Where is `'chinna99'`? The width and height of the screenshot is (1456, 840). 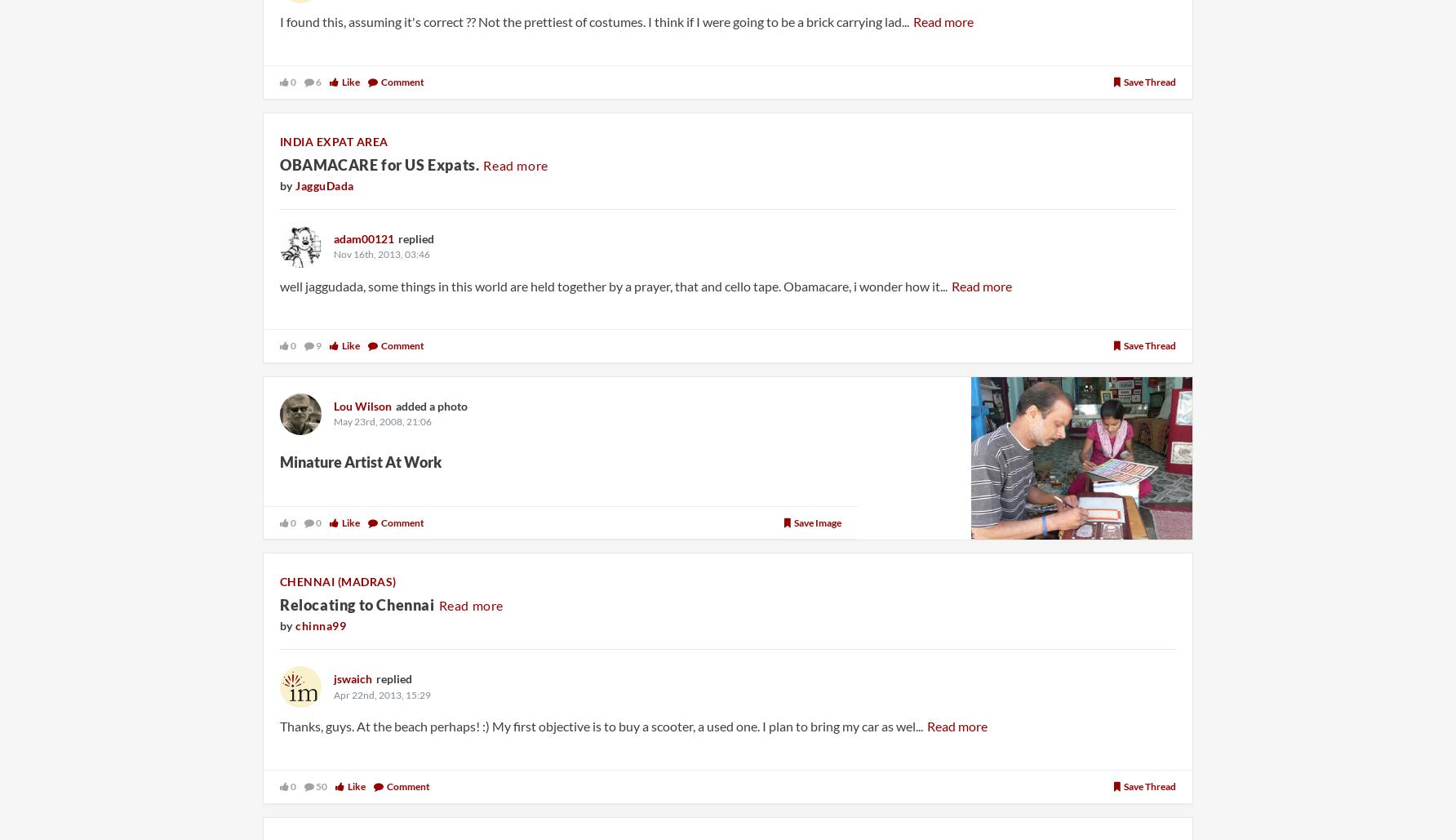 'chinna99' is located at coordinates (320, 625).